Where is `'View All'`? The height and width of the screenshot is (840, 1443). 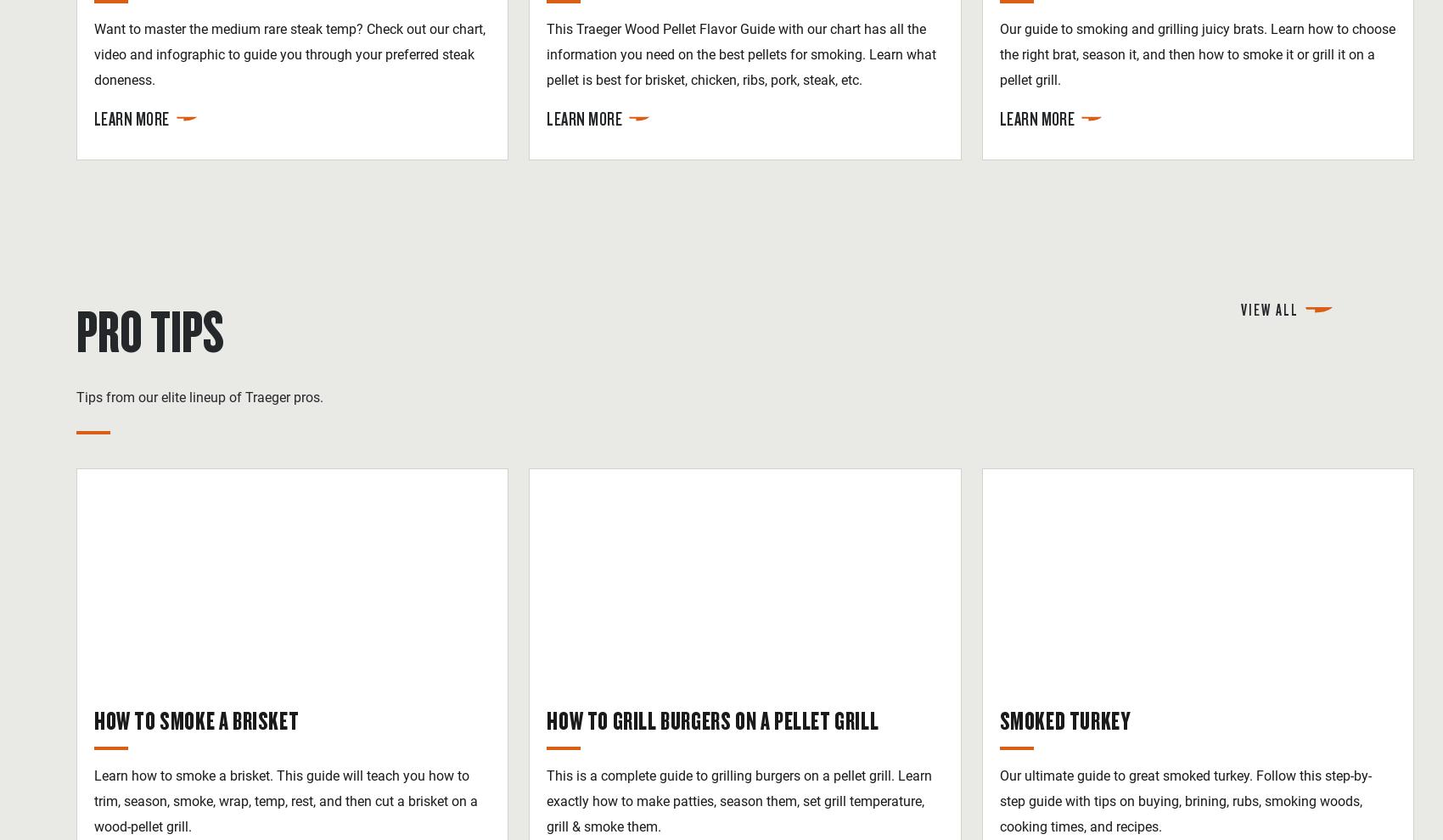 'View All' is located at coordinates (1270, 310).